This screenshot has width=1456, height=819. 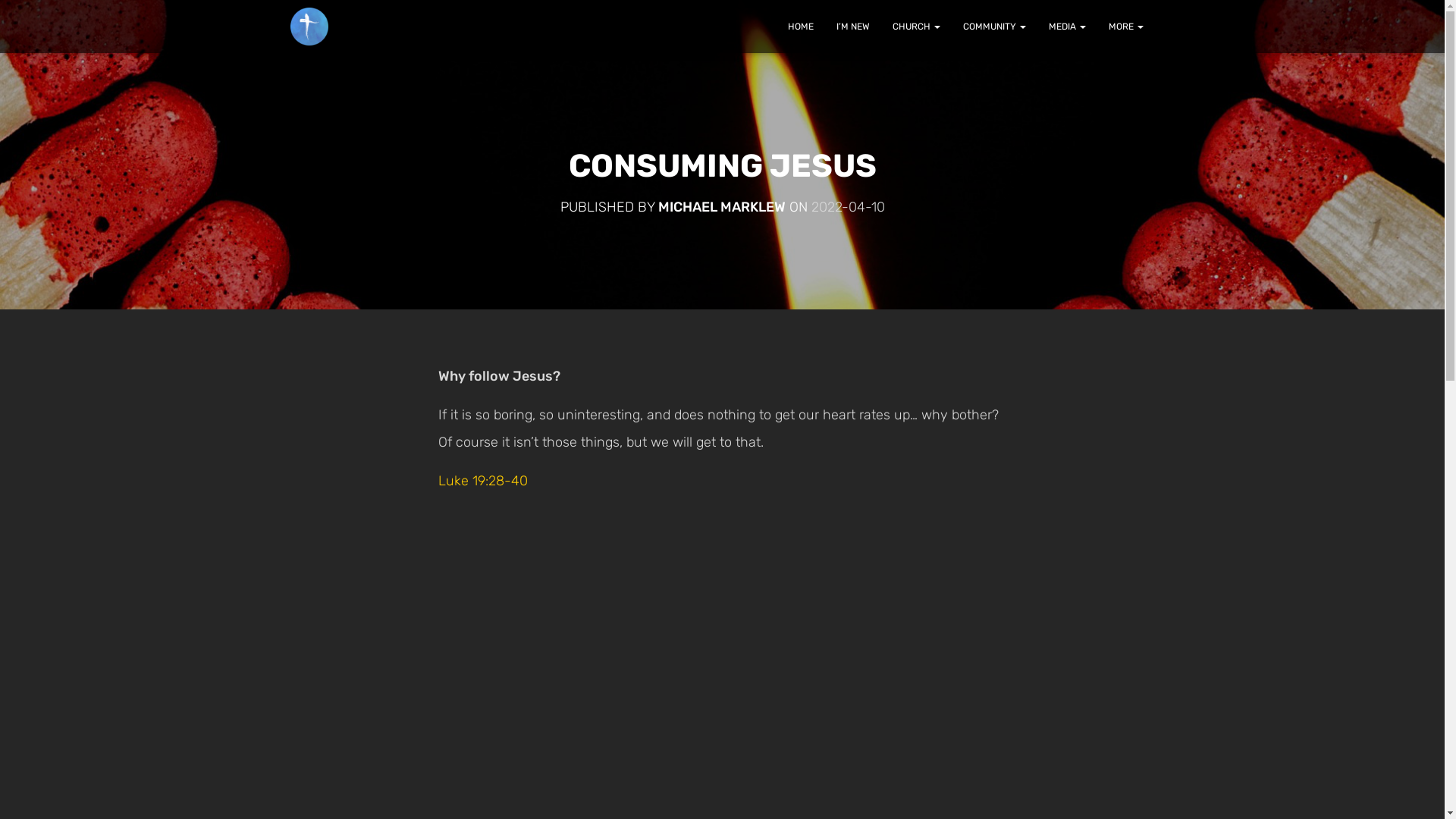 I want to click on 'Stockton Anglican', so click(x=309, y=26).